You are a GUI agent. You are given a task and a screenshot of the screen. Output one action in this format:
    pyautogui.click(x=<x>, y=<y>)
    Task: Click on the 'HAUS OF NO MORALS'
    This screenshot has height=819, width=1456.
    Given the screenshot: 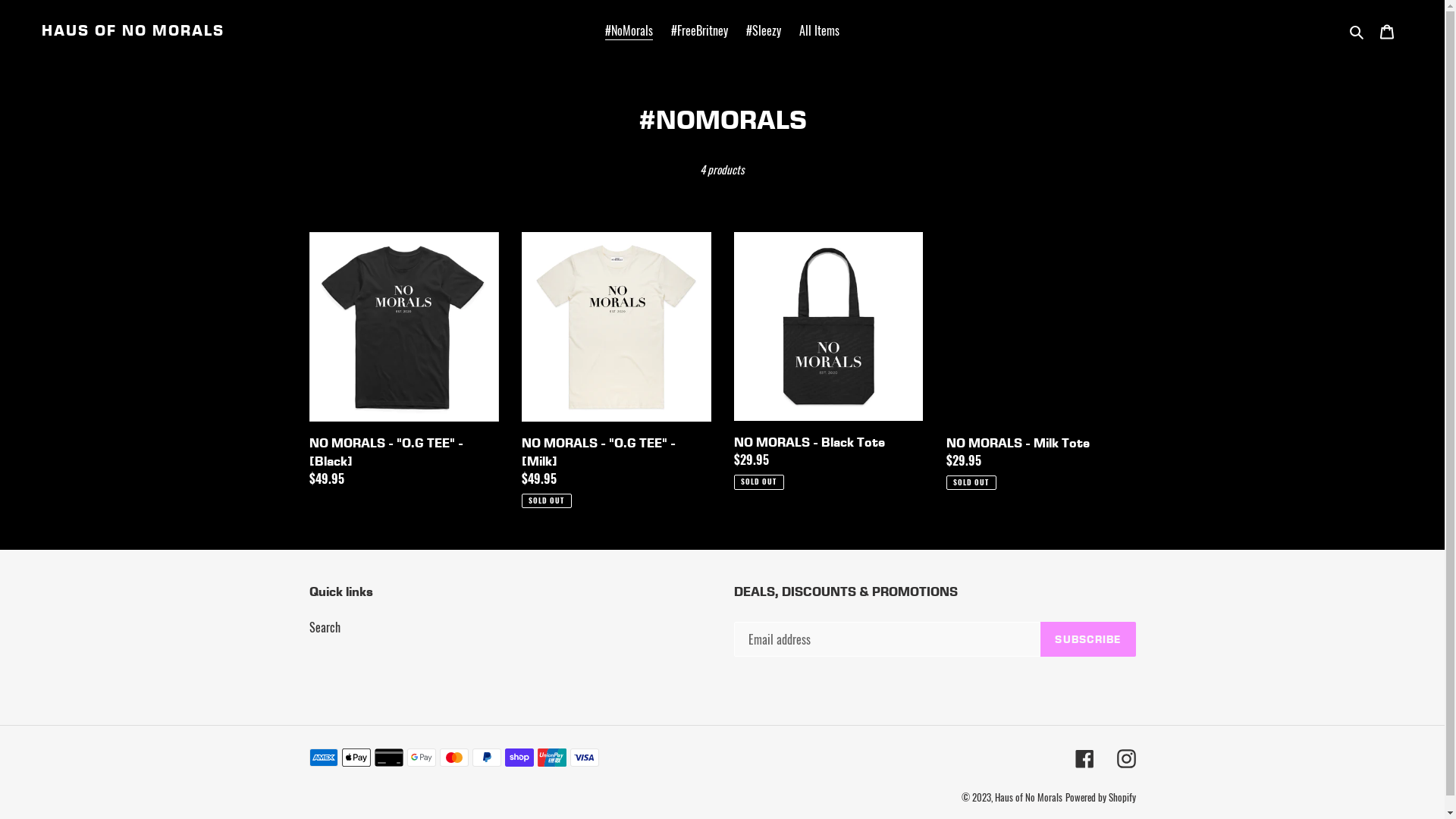 What is the action you would take?
    pyautogui.click(x=133, y=30)
    